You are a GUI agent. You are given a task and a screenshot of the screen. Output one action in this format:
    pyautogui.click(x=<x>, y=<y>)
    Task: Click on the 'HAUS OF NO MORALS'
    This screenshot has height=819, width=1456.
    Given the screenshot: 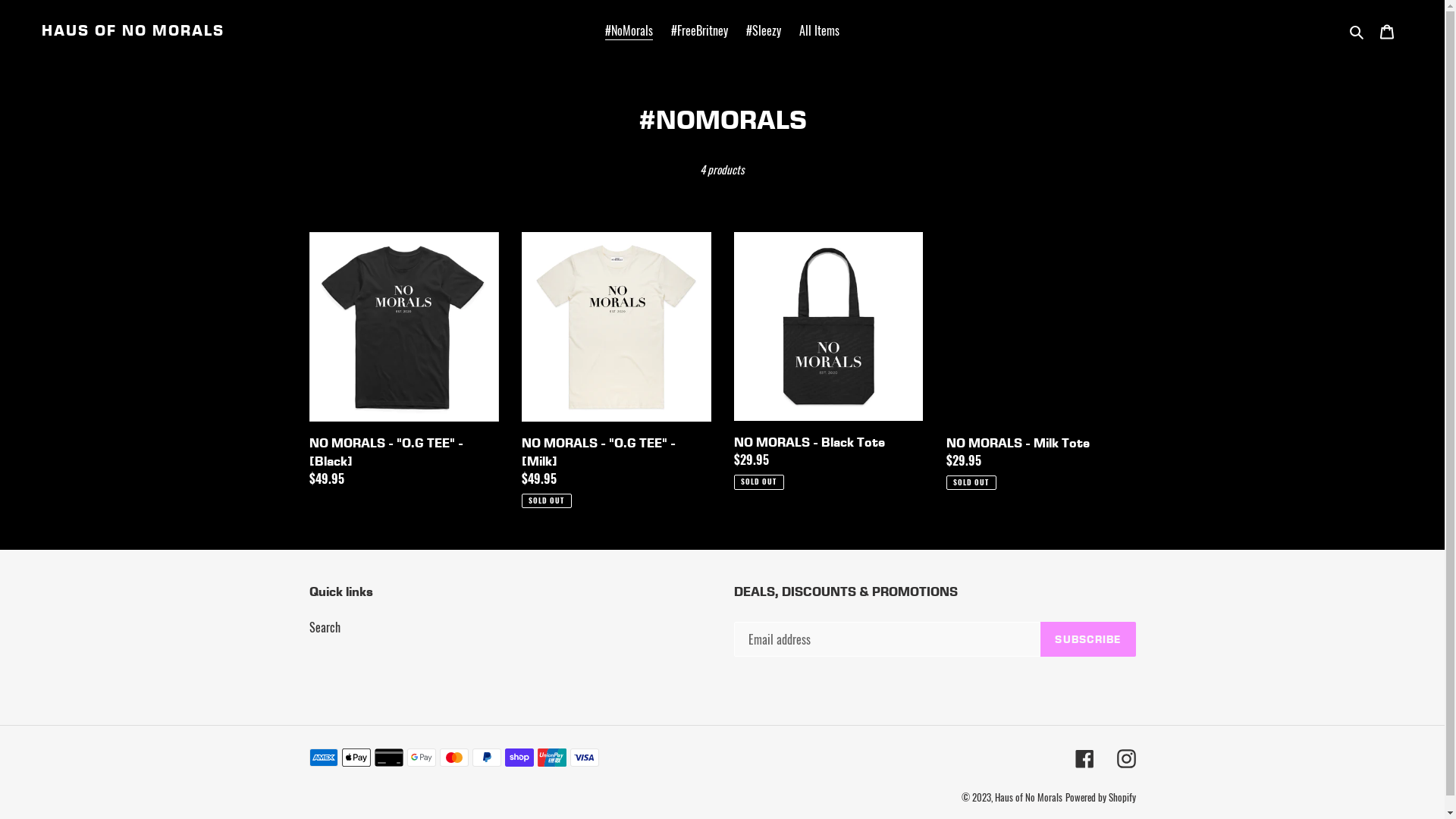 What is the action you would take?
    pyautogui.click(x=133, y=30)
    